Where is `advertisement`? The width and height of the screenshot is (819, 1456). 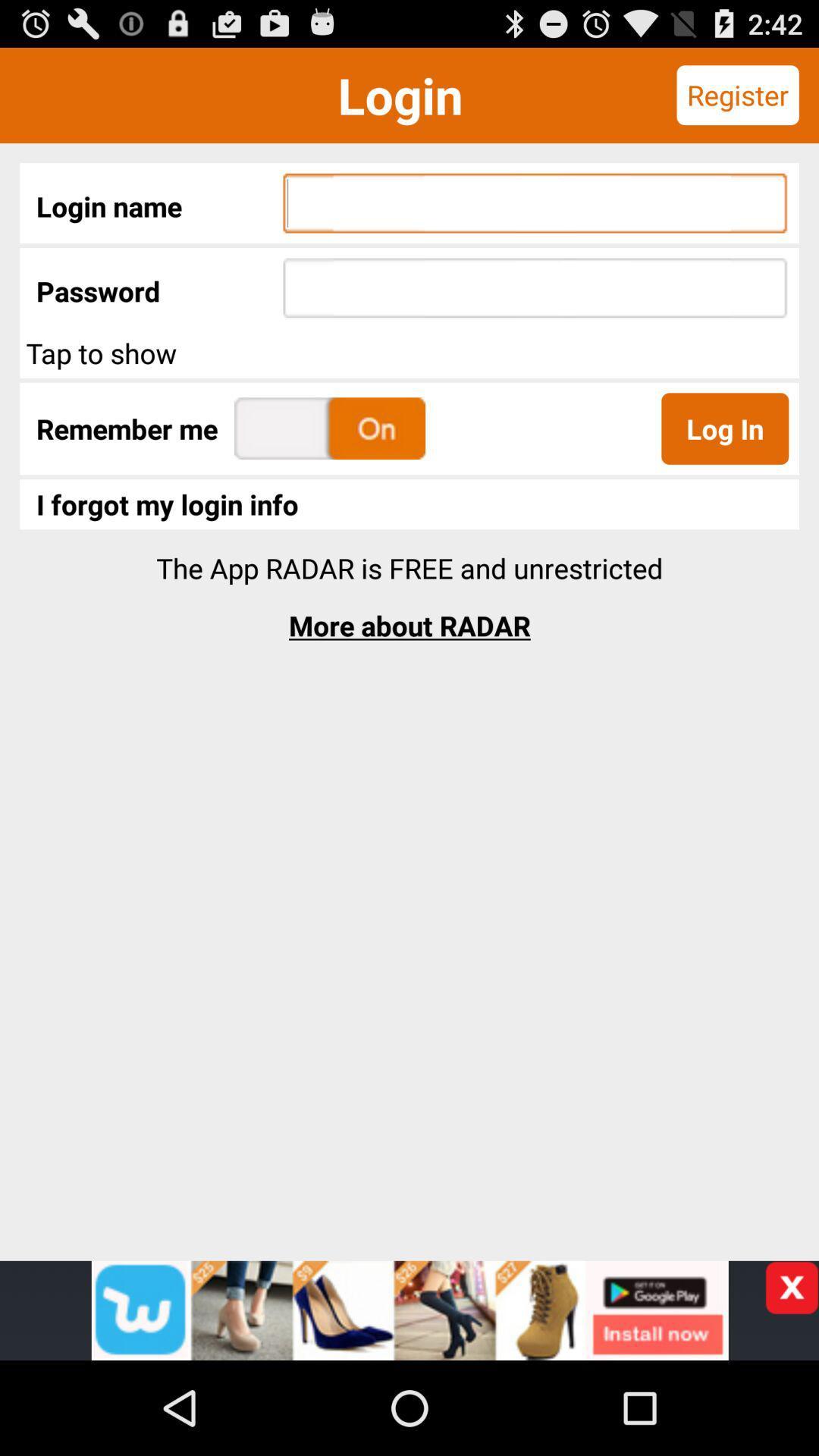 advertisement is located at coordinates (409, 1310).